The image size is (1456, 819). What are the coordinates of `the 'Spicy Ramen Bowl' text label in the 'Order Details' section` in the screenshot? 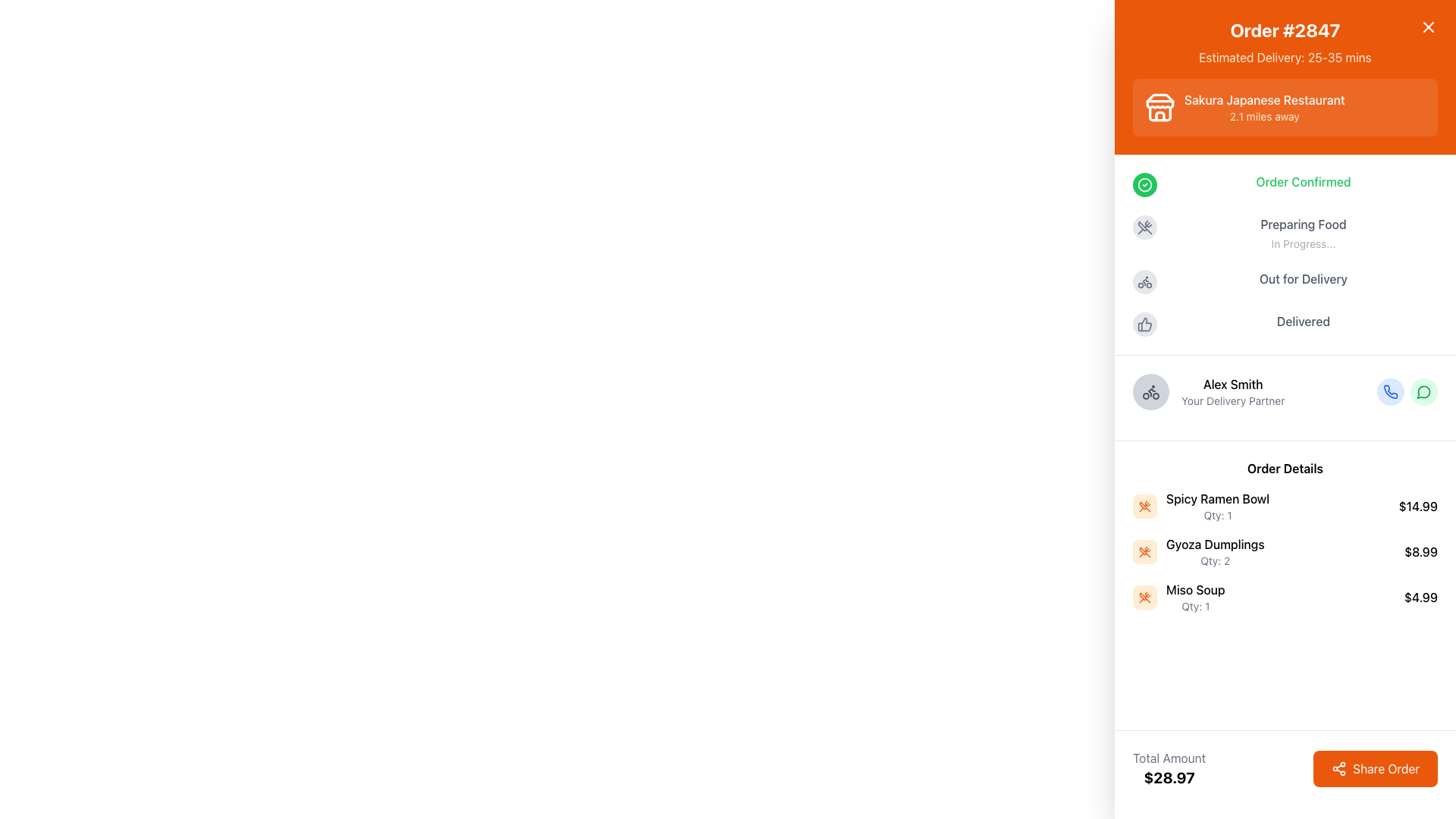 It's located at (1218, 499).